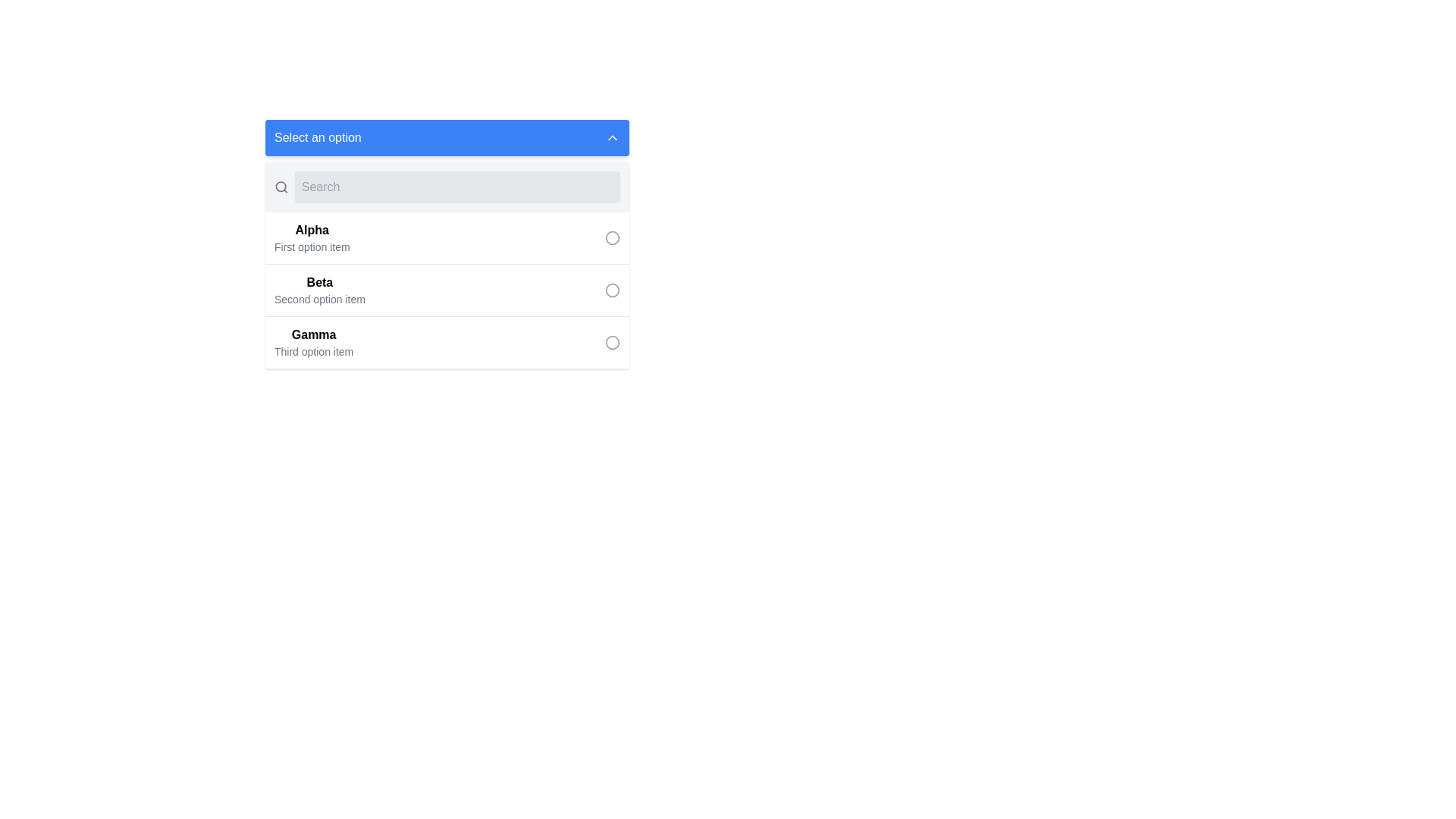 Image resolution: width=1456 pixels, height=819 pixels. I want to click on the bold, black-styled text label displaying the word 'Alpha', which is the first item in the dropdown menu located directly below the search bar, so click(311, 231).